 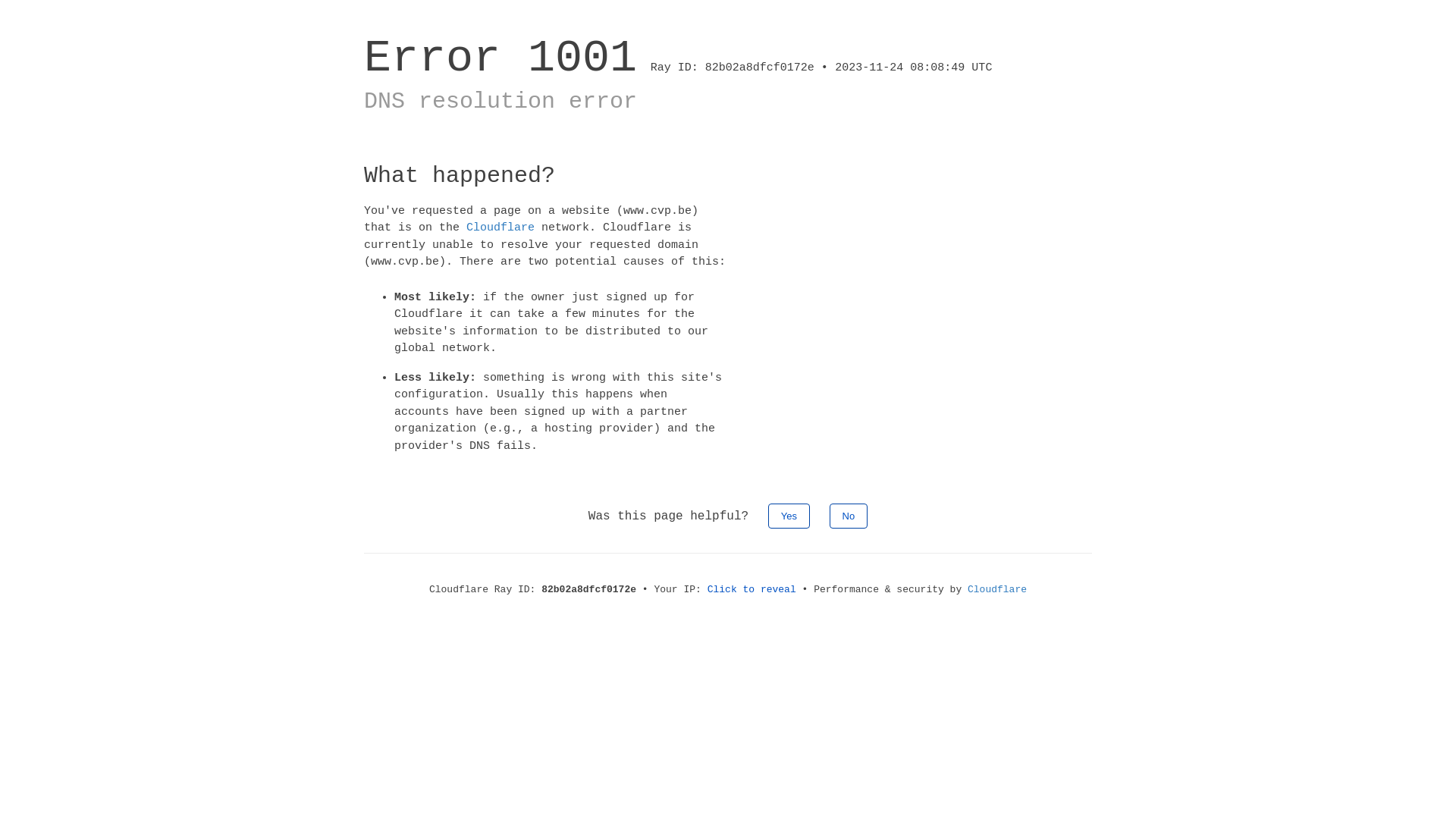 I want to click on 'Cloudflare', so click(x=967, y=588).